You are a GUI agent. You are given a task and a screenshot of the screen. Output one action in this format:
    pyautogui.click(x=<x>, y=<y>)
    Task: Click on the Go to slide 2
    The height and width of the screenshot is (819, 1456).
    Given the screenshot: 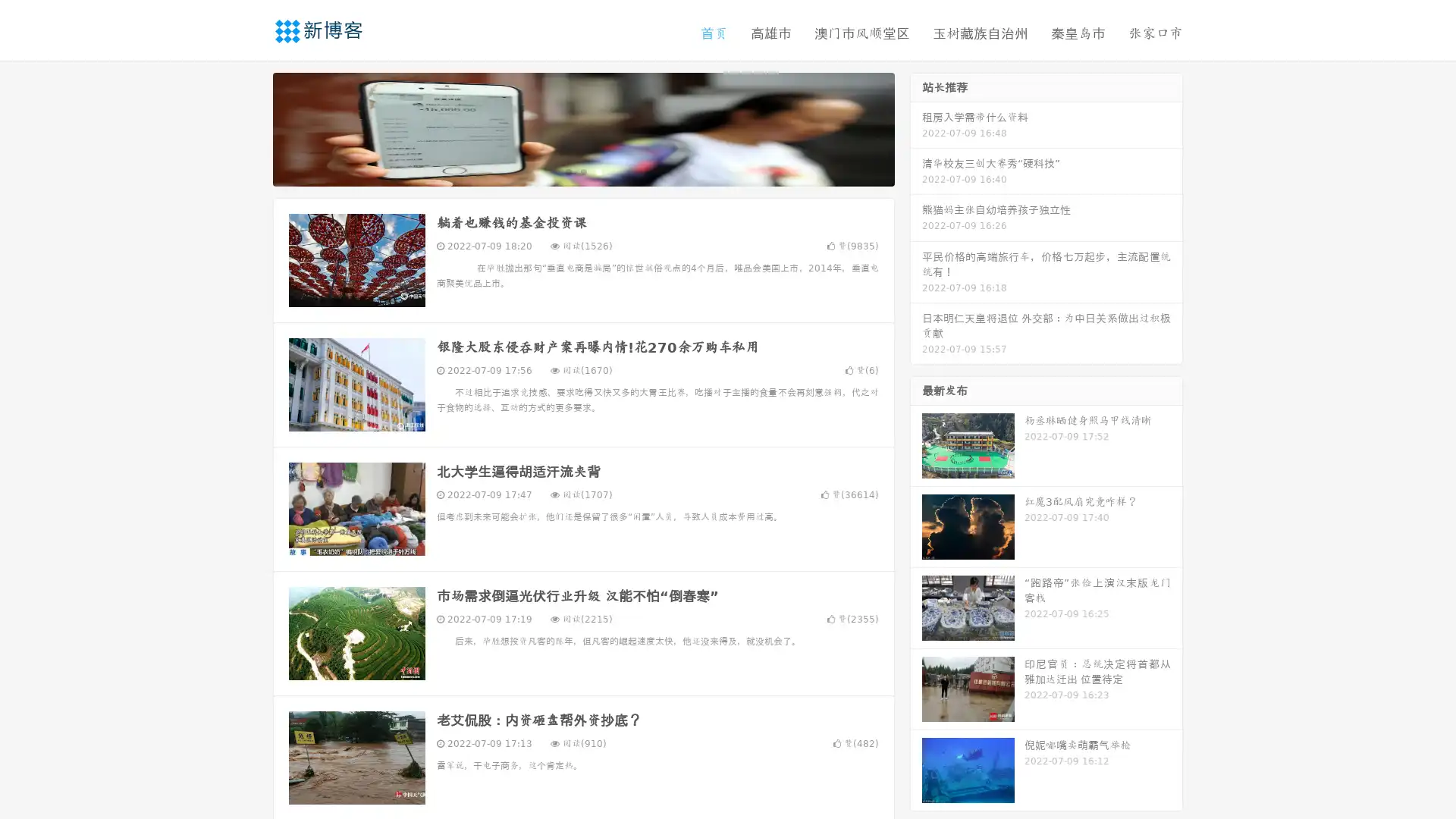 What is the action you would take?
    pyautogui.click(x=582, y=171)
    